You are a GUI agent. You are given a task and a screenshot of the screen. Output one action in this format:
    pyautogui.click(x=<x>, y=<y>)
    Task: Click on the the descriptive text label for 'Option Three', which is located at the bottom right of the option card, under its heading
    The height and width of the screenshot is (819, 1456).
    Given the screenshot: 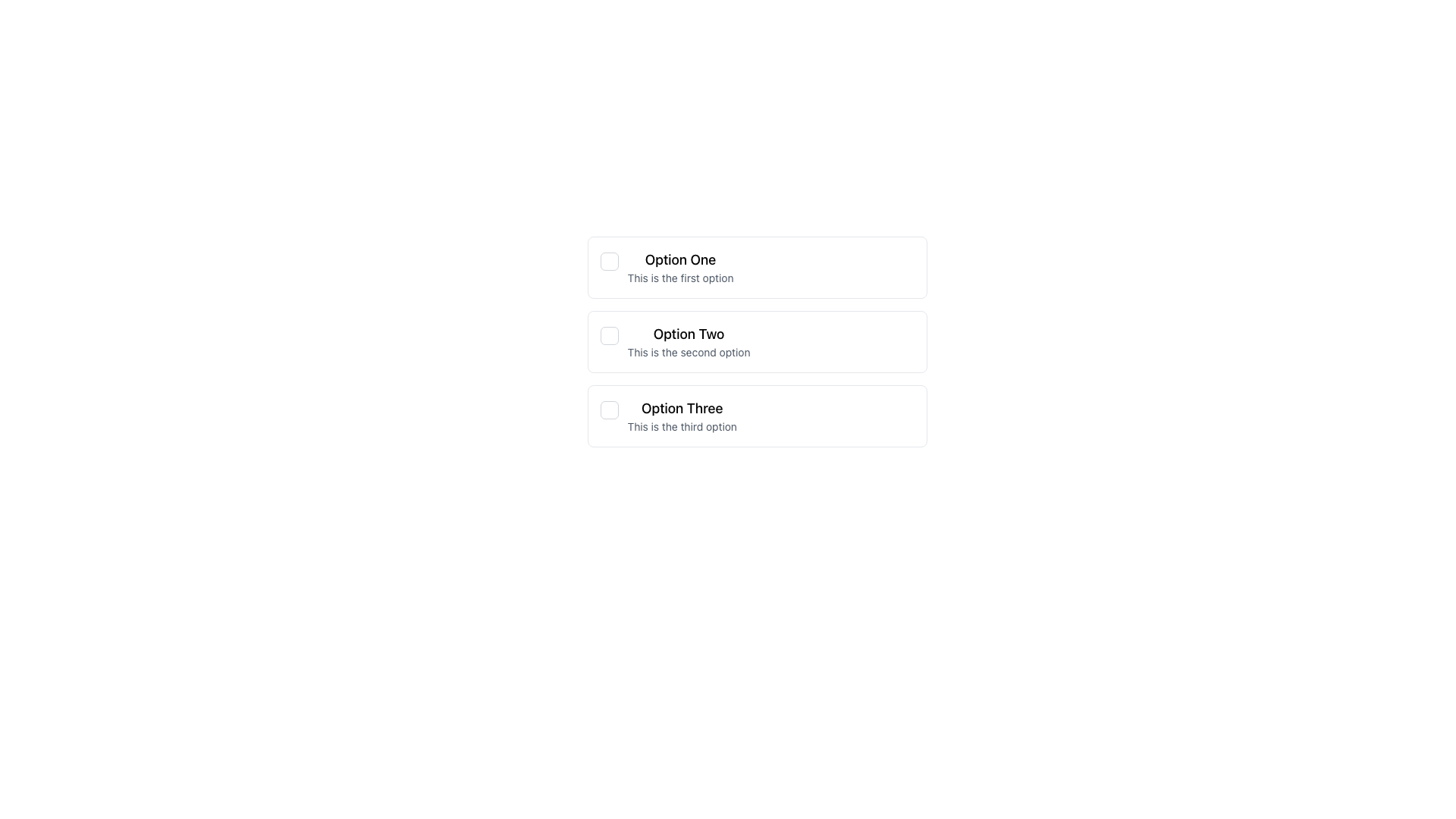 What is the action you would take?
    pyautogui.click(x=681, y=427)
    